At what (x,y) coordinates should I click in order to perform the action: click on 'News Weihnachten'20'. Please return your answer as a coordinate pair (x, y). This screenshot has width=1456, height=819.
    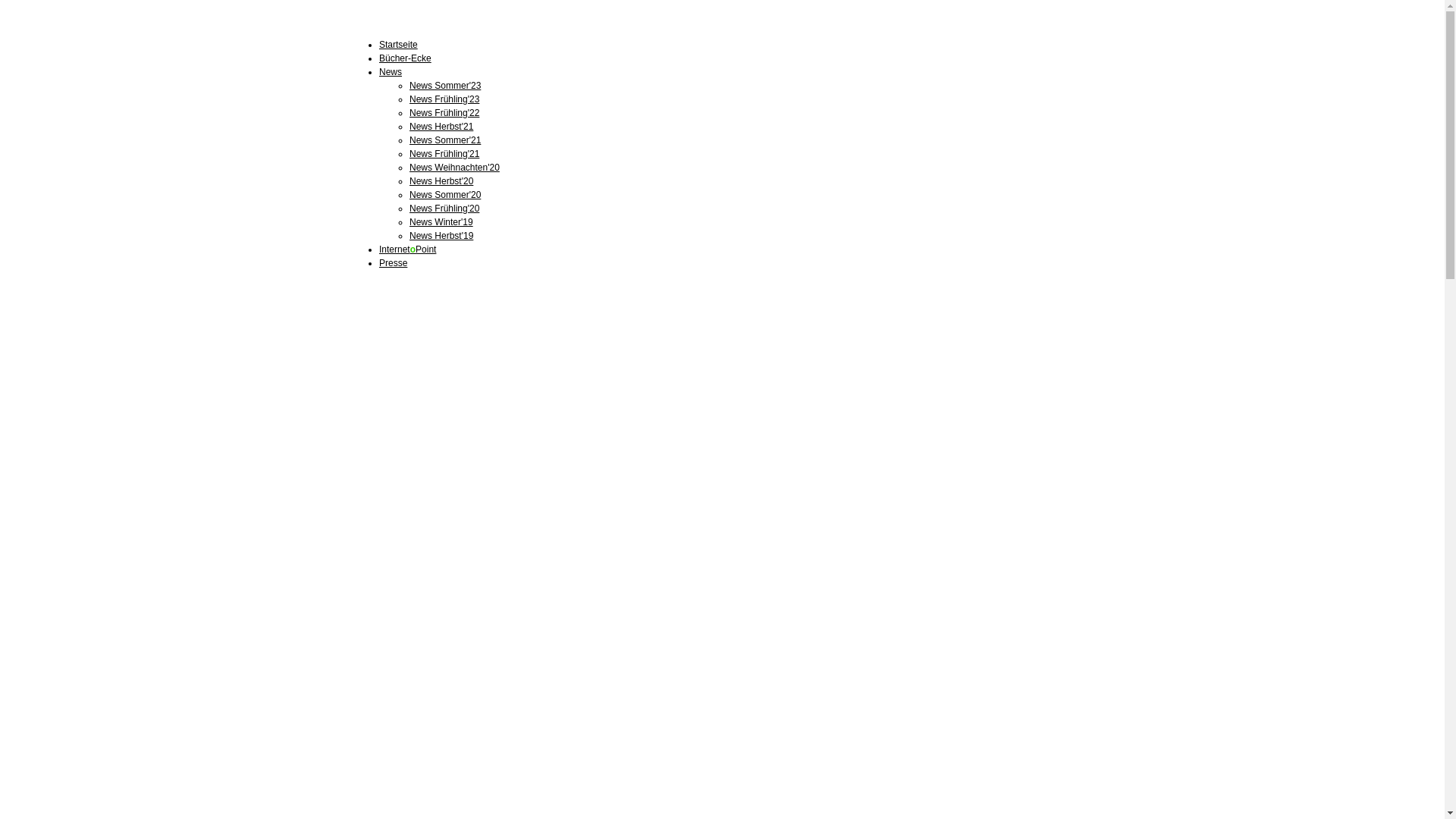
    Looking at the image, I should click on (409, 167).